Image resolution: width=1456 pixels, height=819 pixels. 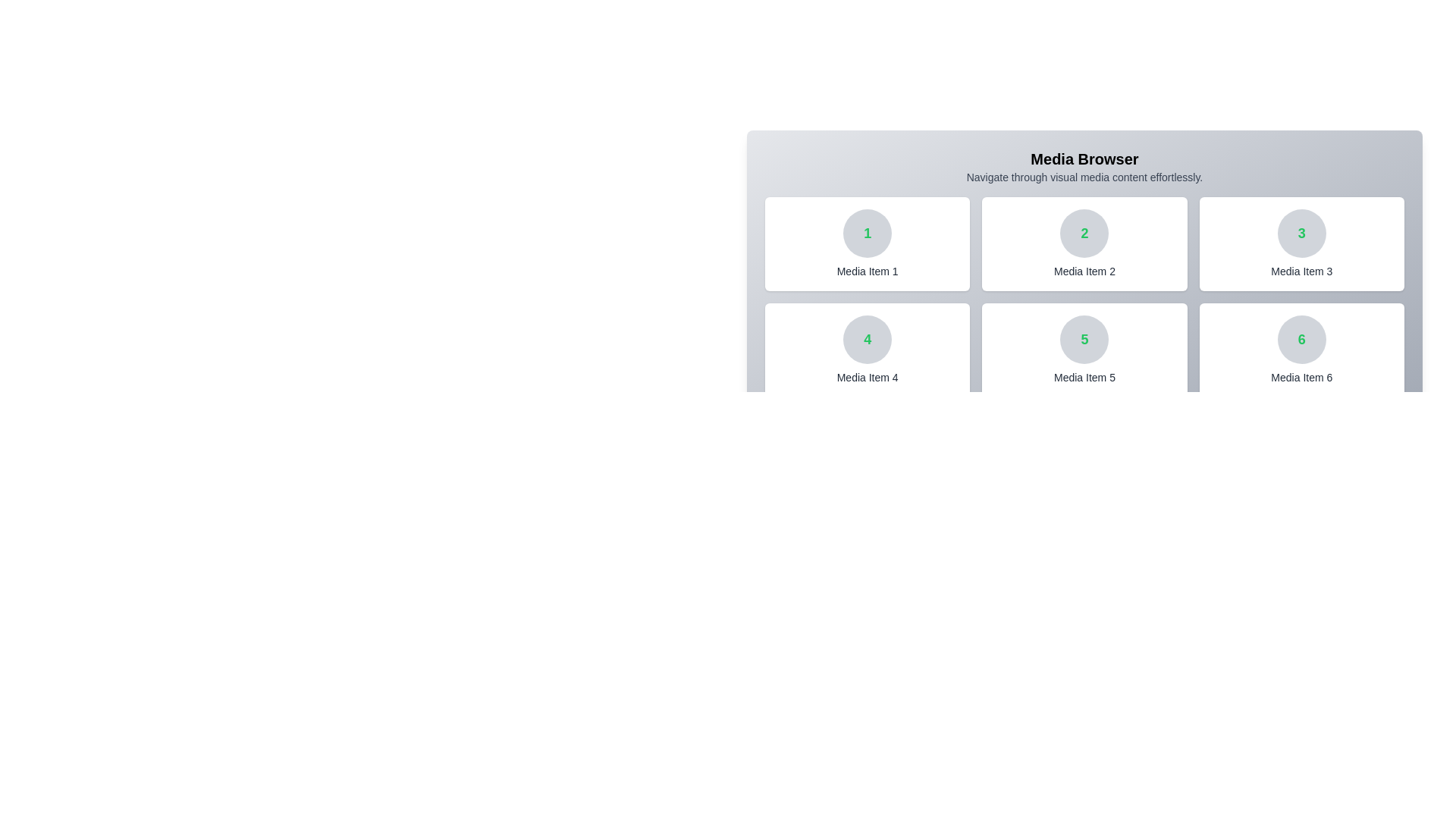 What do you see at coordinates (868, 234) in the screenshot?
I see `label containing the green number '1' on a circular gray background, positioned in the top-left corner above 'Media Item 1'` at bounding box center [868, 234].